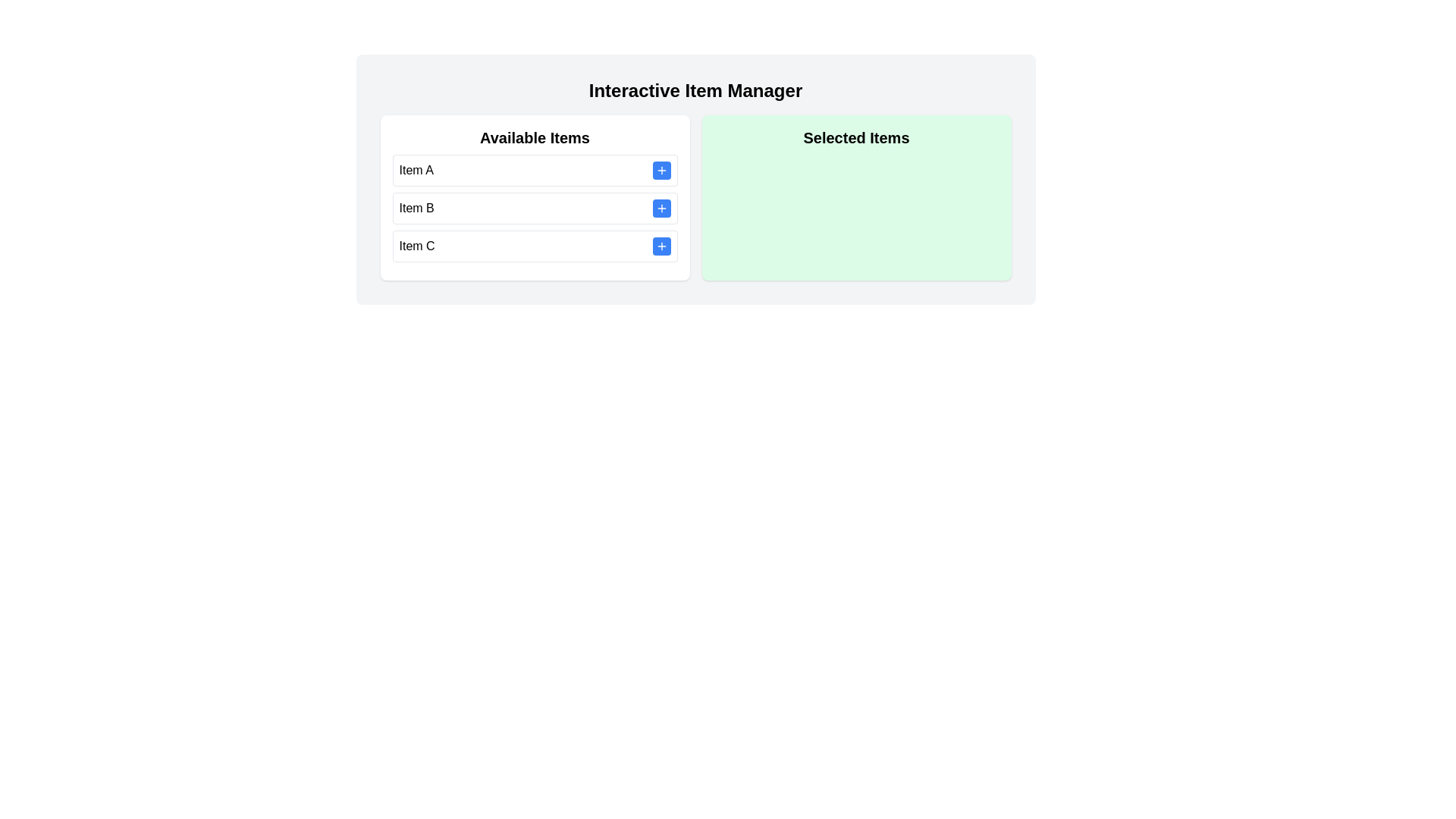  I want to click on the small square button with a blue background and a white '+' icon located to the right of the label 'Item A' in the 'Available Items' list, so click(661, 170).